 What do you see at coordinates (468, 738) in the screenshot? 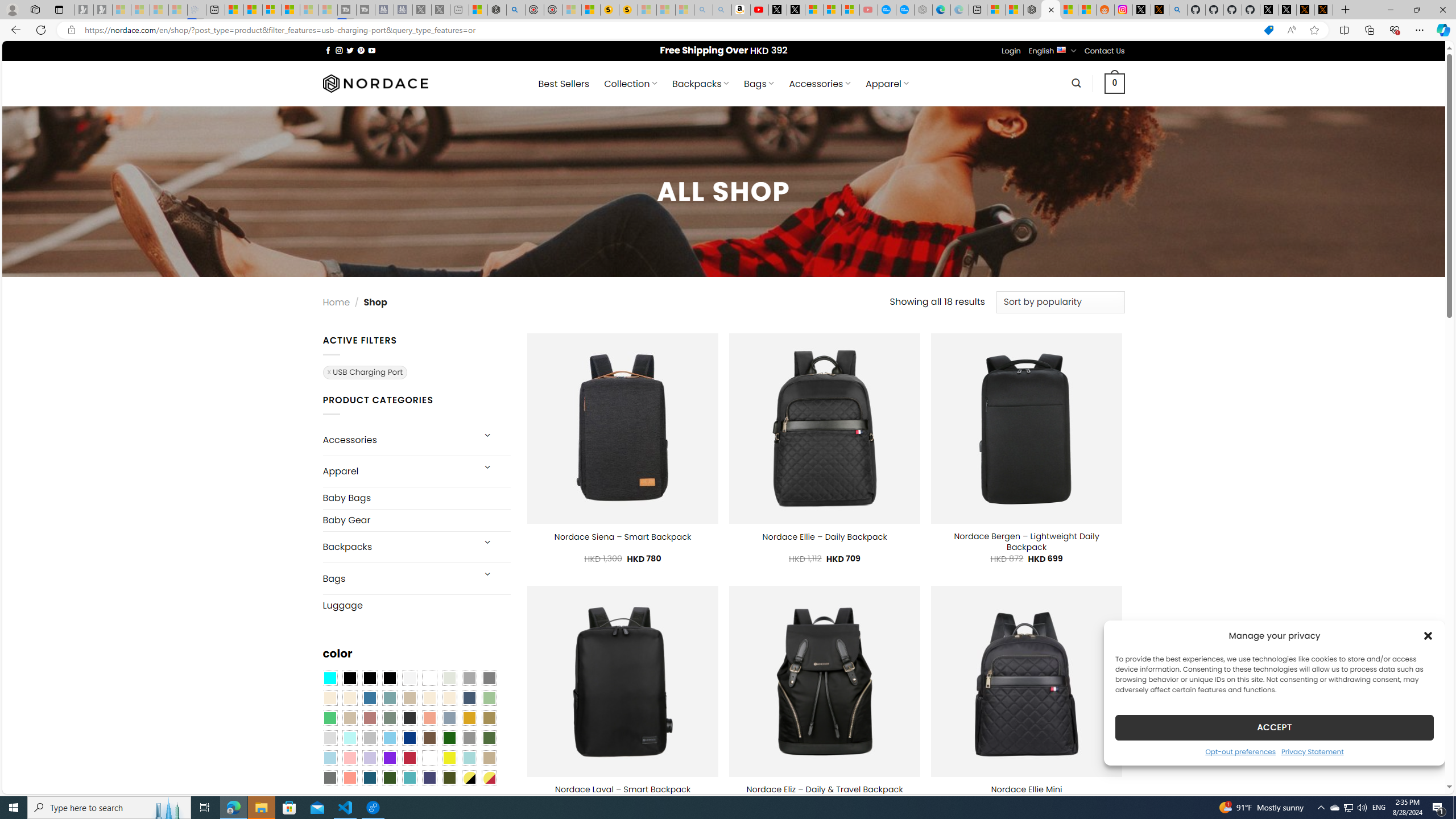
I see `'Gray'` at bounding box center [468, 738].